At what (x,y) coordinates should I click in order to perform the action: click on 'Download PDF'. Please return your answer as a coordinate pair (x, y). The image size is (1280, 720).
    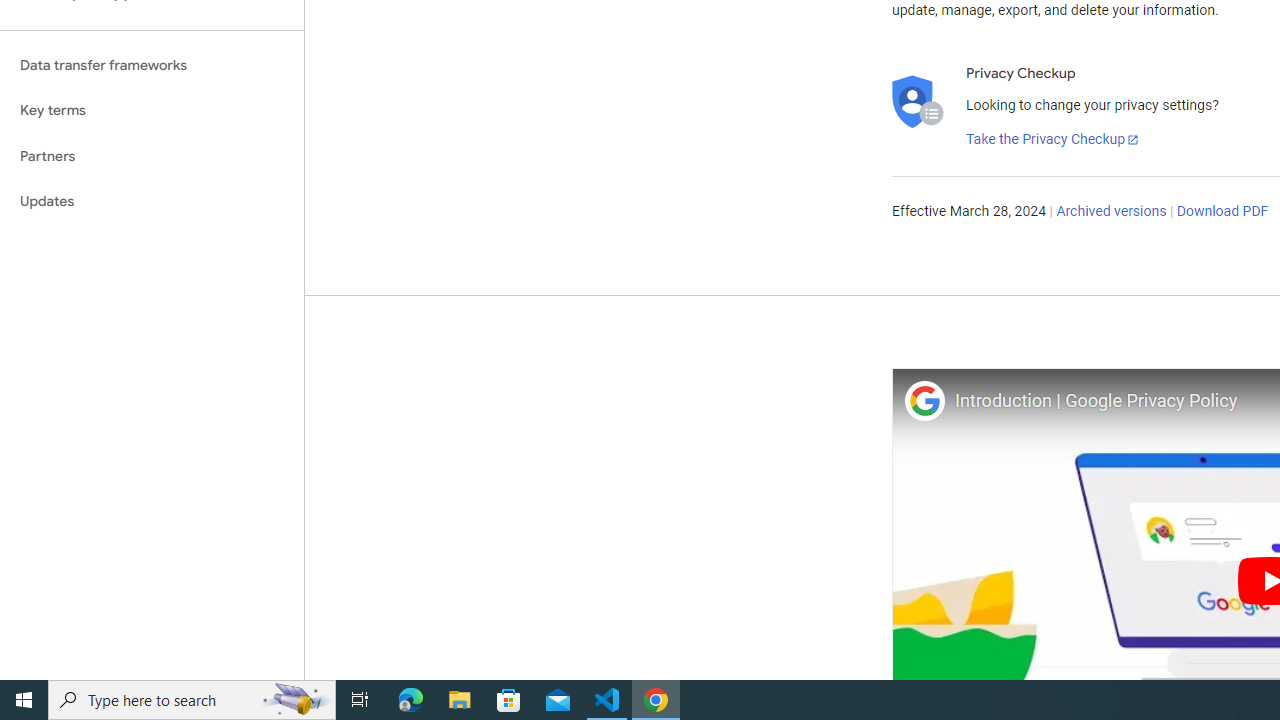
    Looking at the image, I should click on (1221, 212).